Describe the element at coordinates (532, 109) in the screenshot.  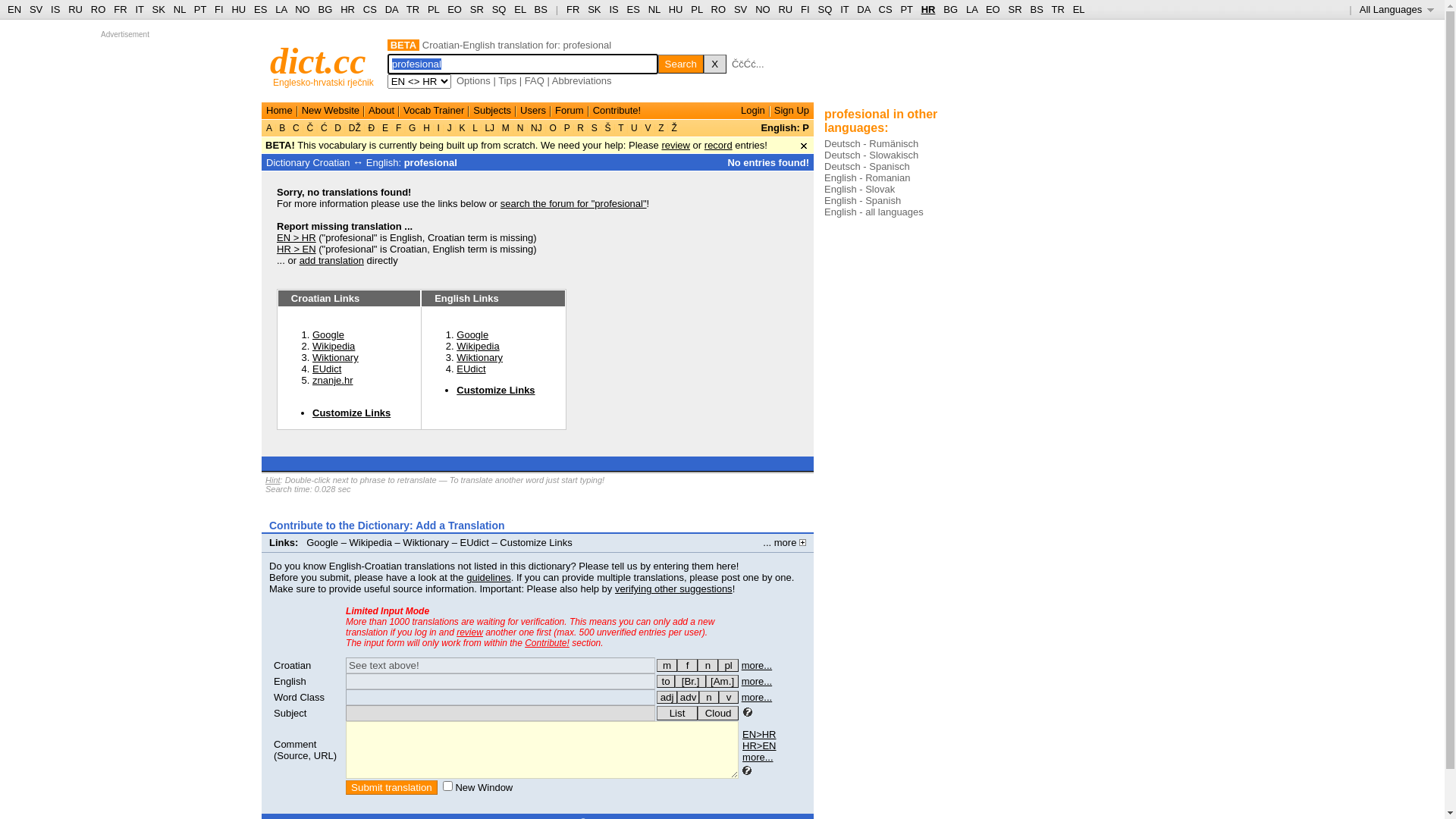
I see `'Users'` at that location.